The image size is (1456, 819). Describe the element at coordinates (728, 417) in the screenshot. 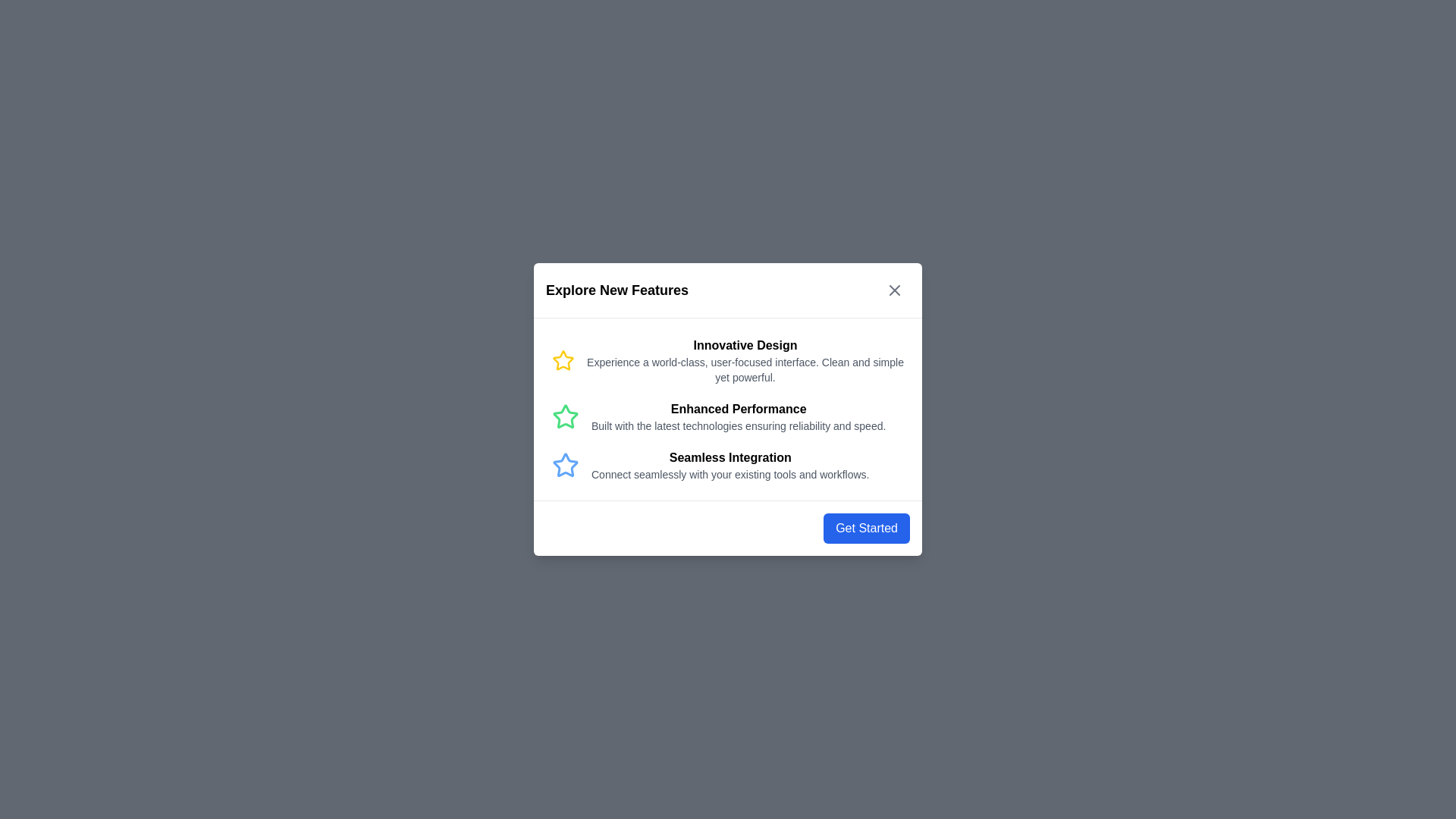

I see `the Informational Section titled 'Enhanced Performance' which features a green outlined star icon and descriptive text about reliability and speed` at that location.